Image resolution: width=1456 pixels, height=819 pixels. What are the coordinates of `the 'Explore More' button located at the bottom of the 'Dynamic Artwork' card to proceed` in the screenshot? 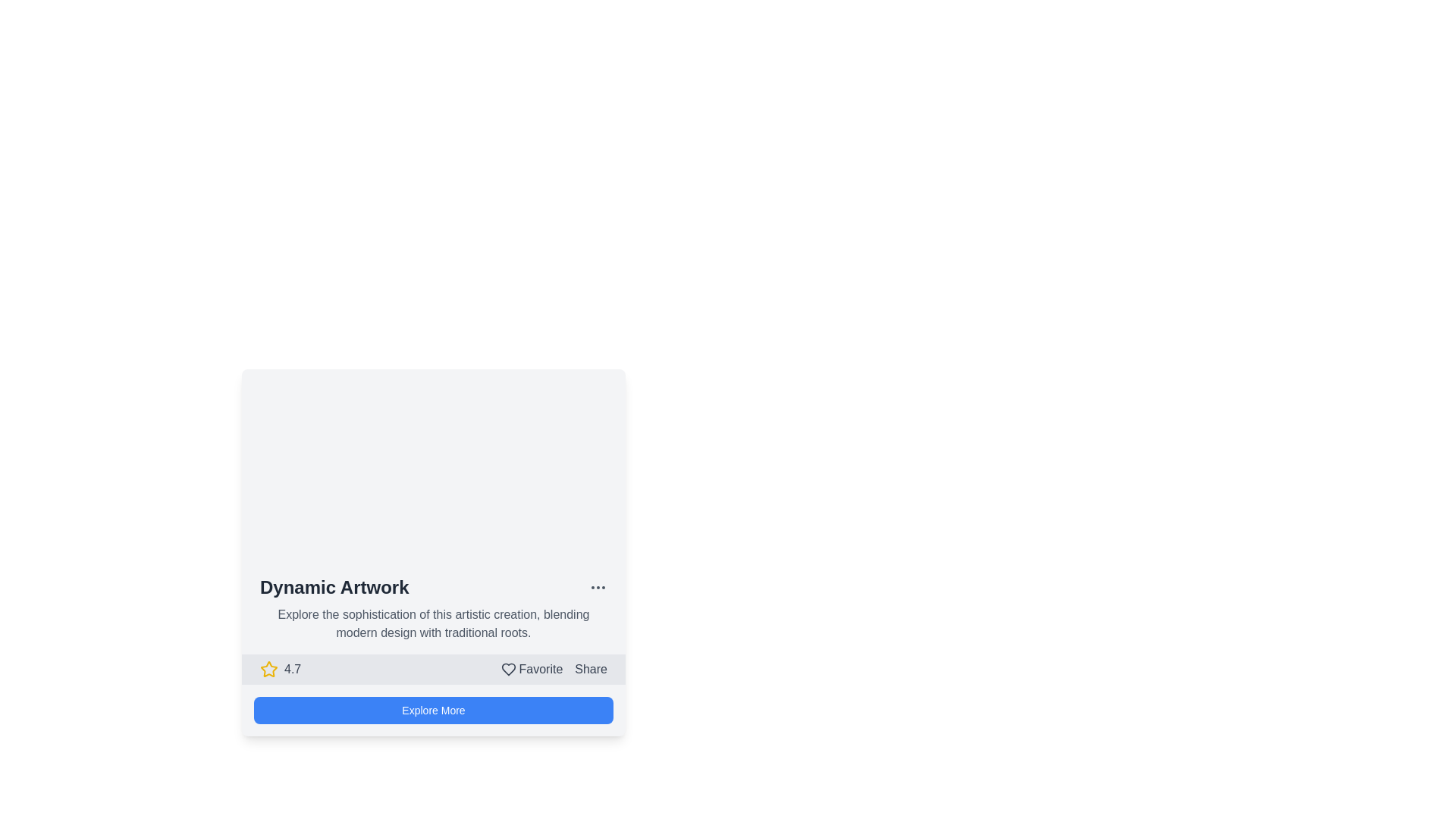 It's located at (432, 711).